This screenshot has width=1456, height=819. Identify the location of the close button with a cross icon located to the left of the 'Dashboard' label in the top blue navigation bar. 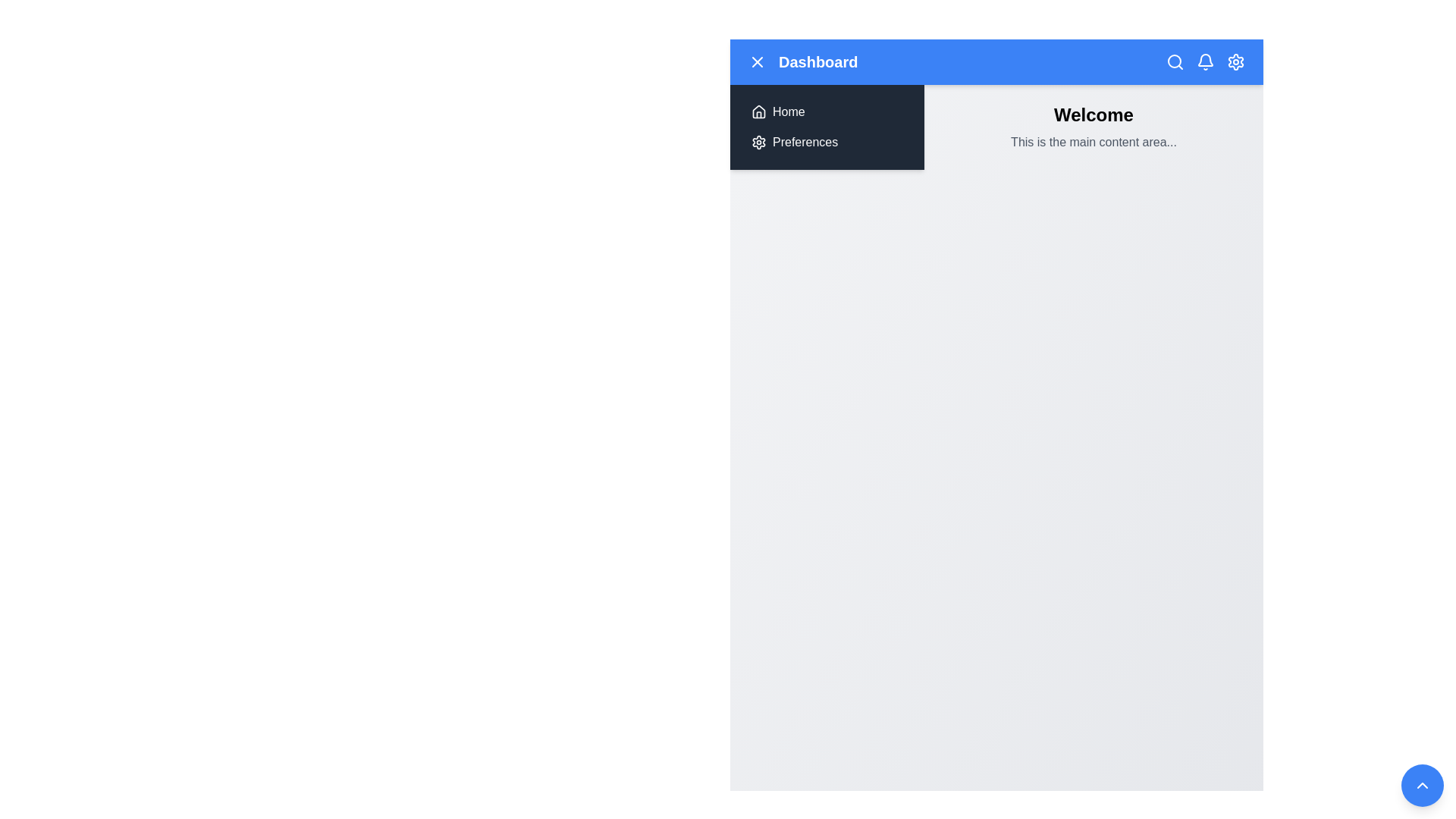
(757, 61).